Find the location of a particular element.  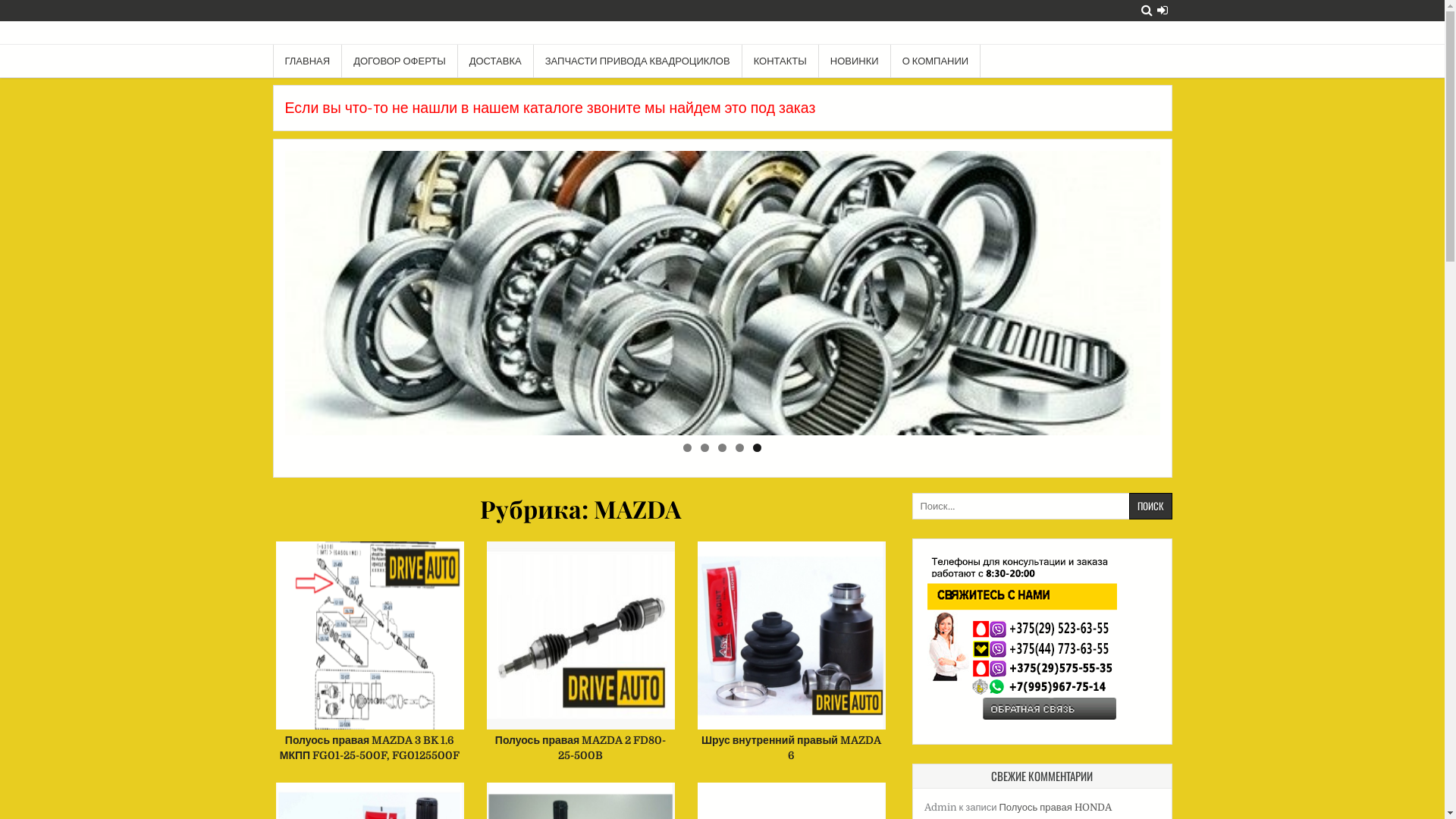

'3' is located at coordinates (721, 447).